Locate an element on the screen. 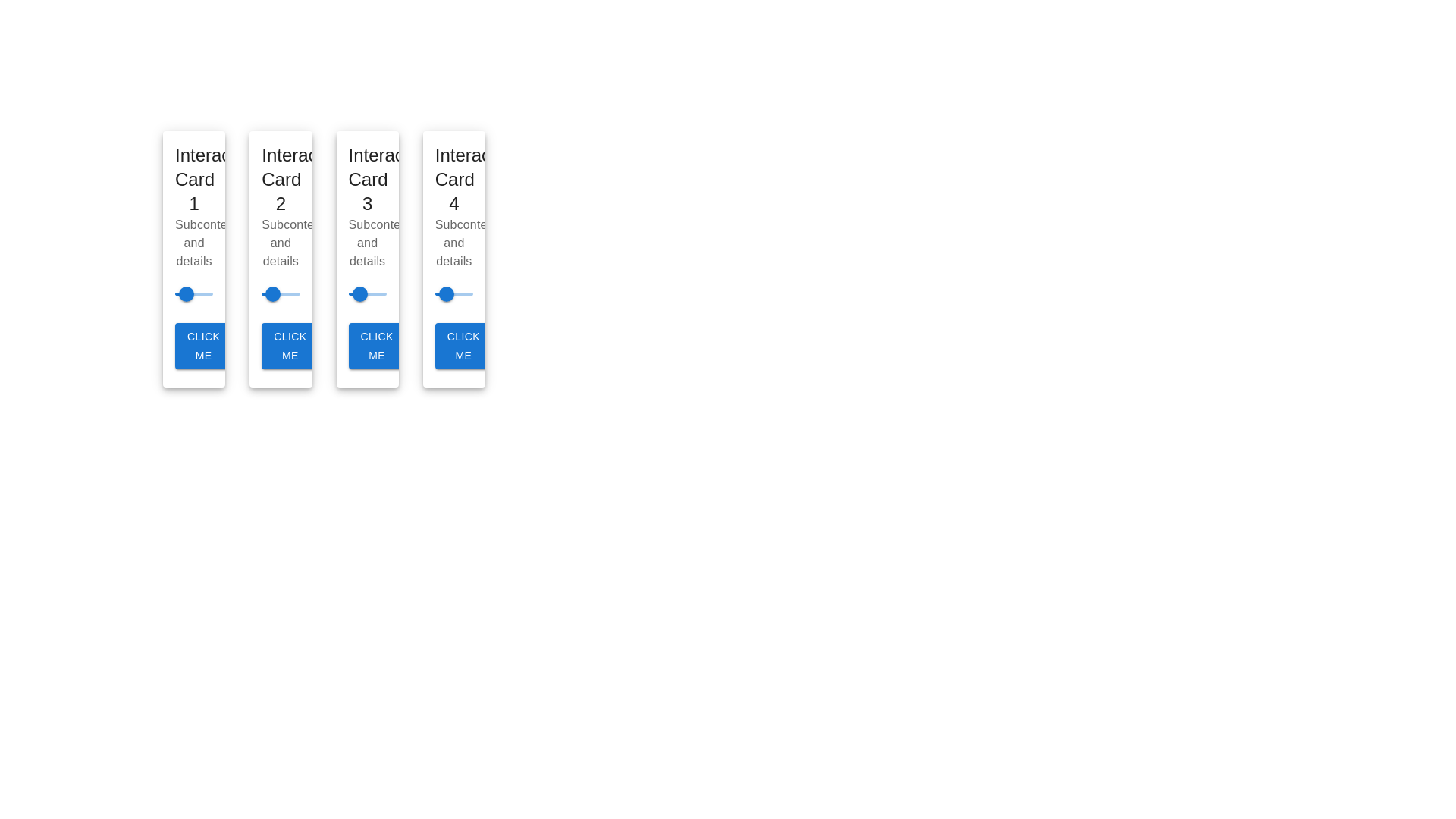 The width and height of the screenshot is (1456, 819). the slider value is located at coordinates (380, 294).